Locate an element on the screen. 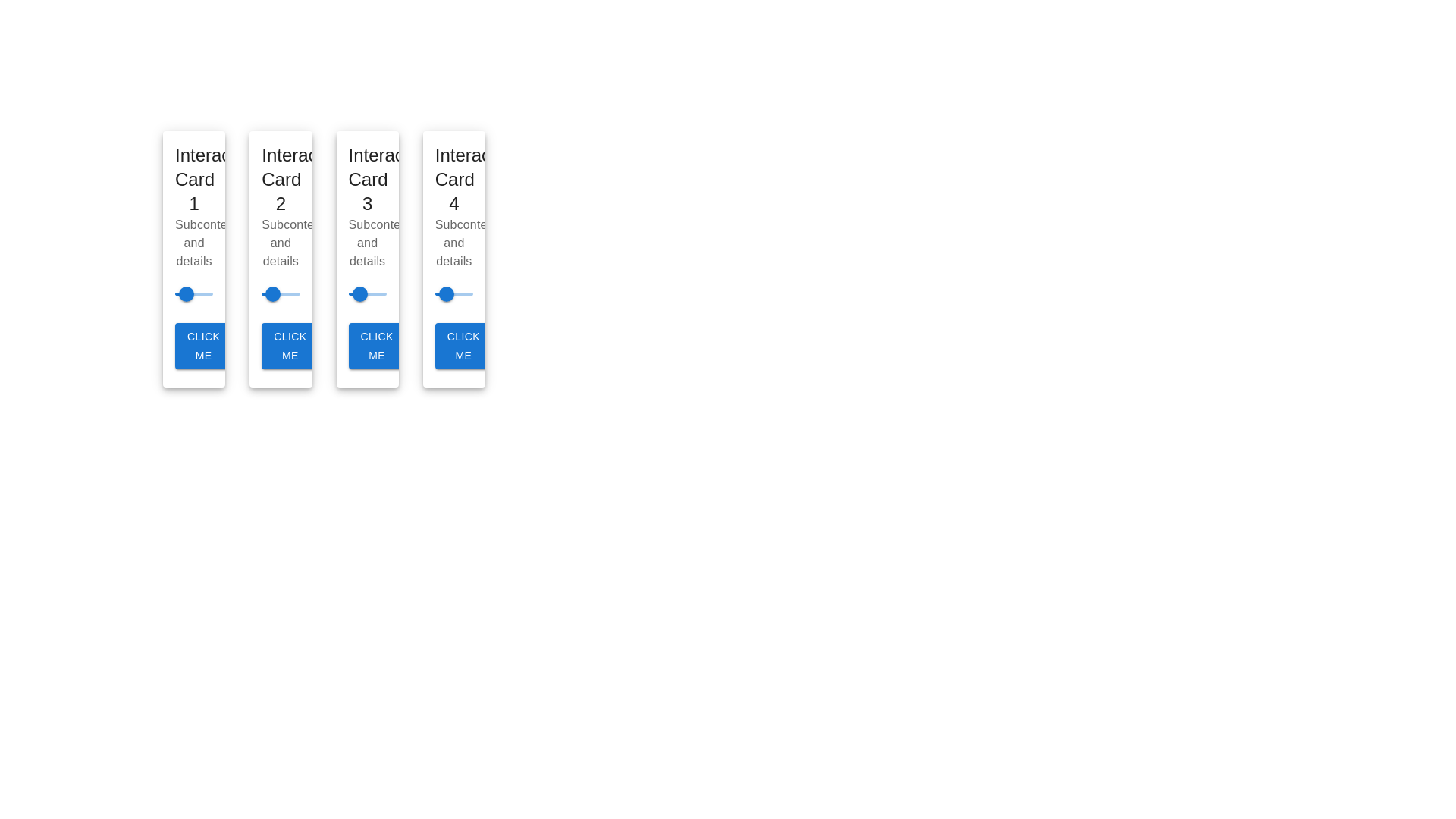 The width and height of the screenshot is (1456, 819). the slider value is located at coordinates (380, 294).